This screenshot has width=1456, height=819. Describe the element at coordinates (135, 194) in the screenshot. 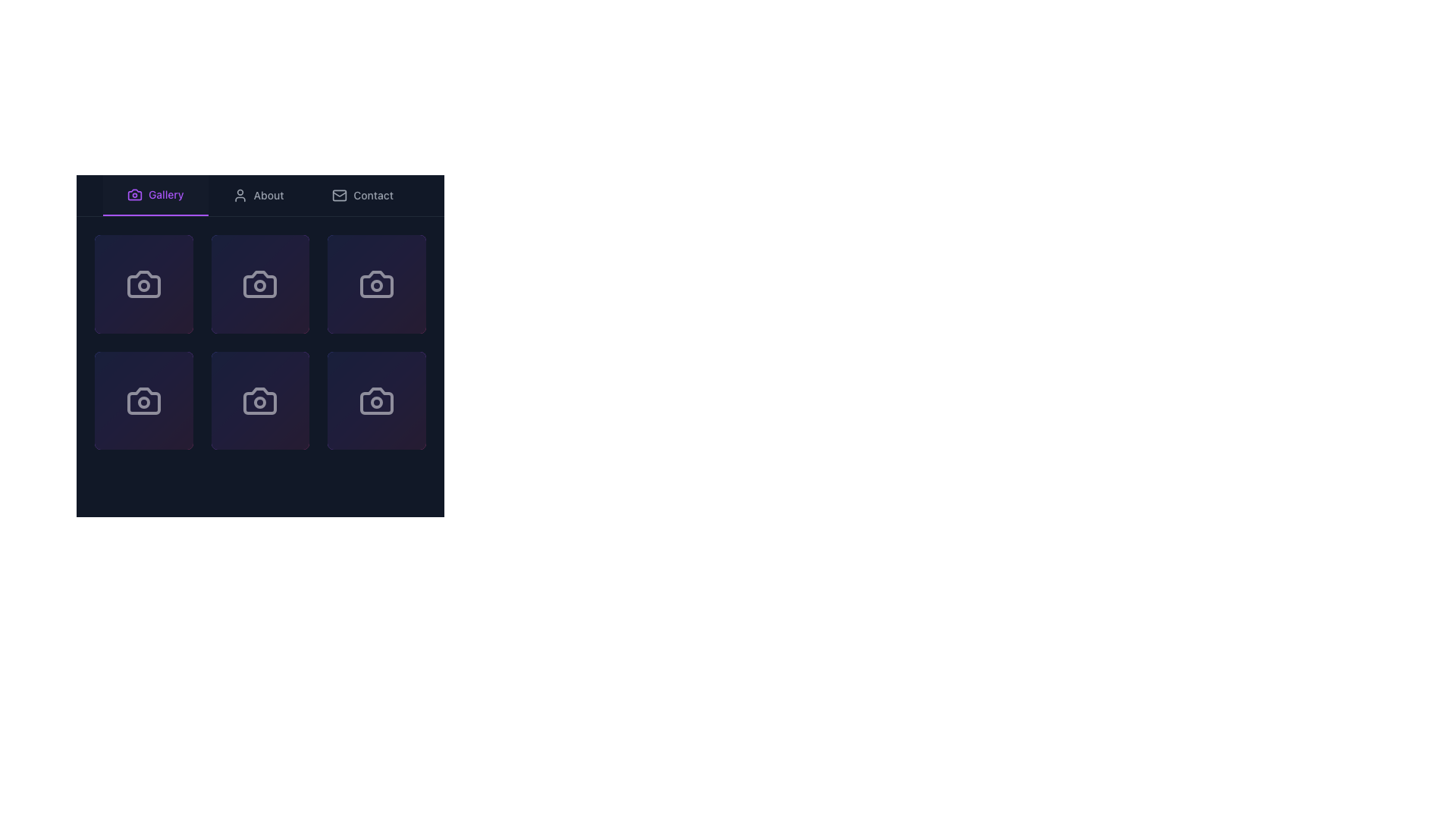

I see `the 'Gallery' icon located in the header navigation bar, which is positioned to the left of the purple-highlighted 'Gallery' text` at that location.